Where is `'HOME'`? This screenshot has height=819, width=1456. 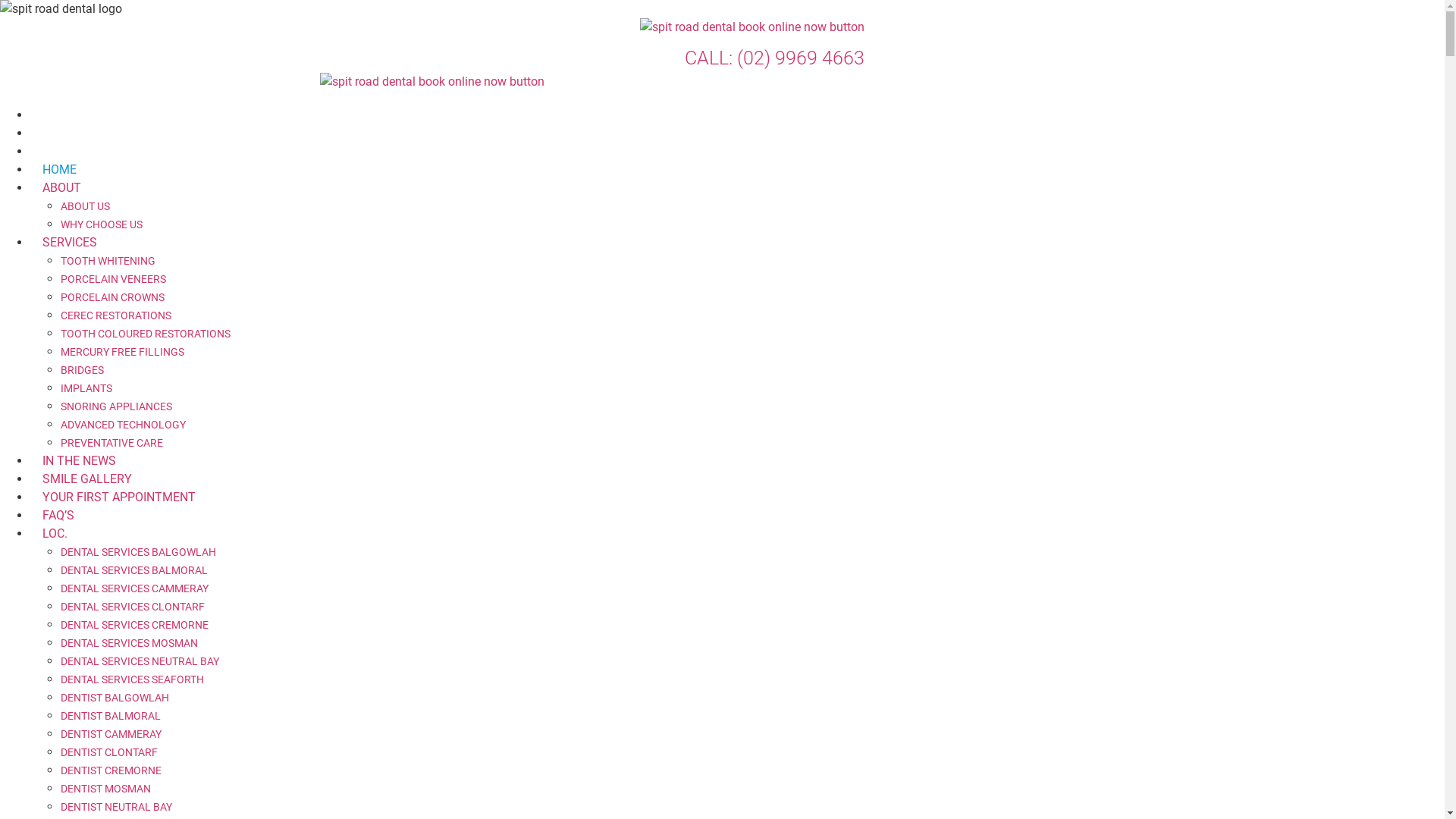 'HOME' is located at coordinates (59, 169).